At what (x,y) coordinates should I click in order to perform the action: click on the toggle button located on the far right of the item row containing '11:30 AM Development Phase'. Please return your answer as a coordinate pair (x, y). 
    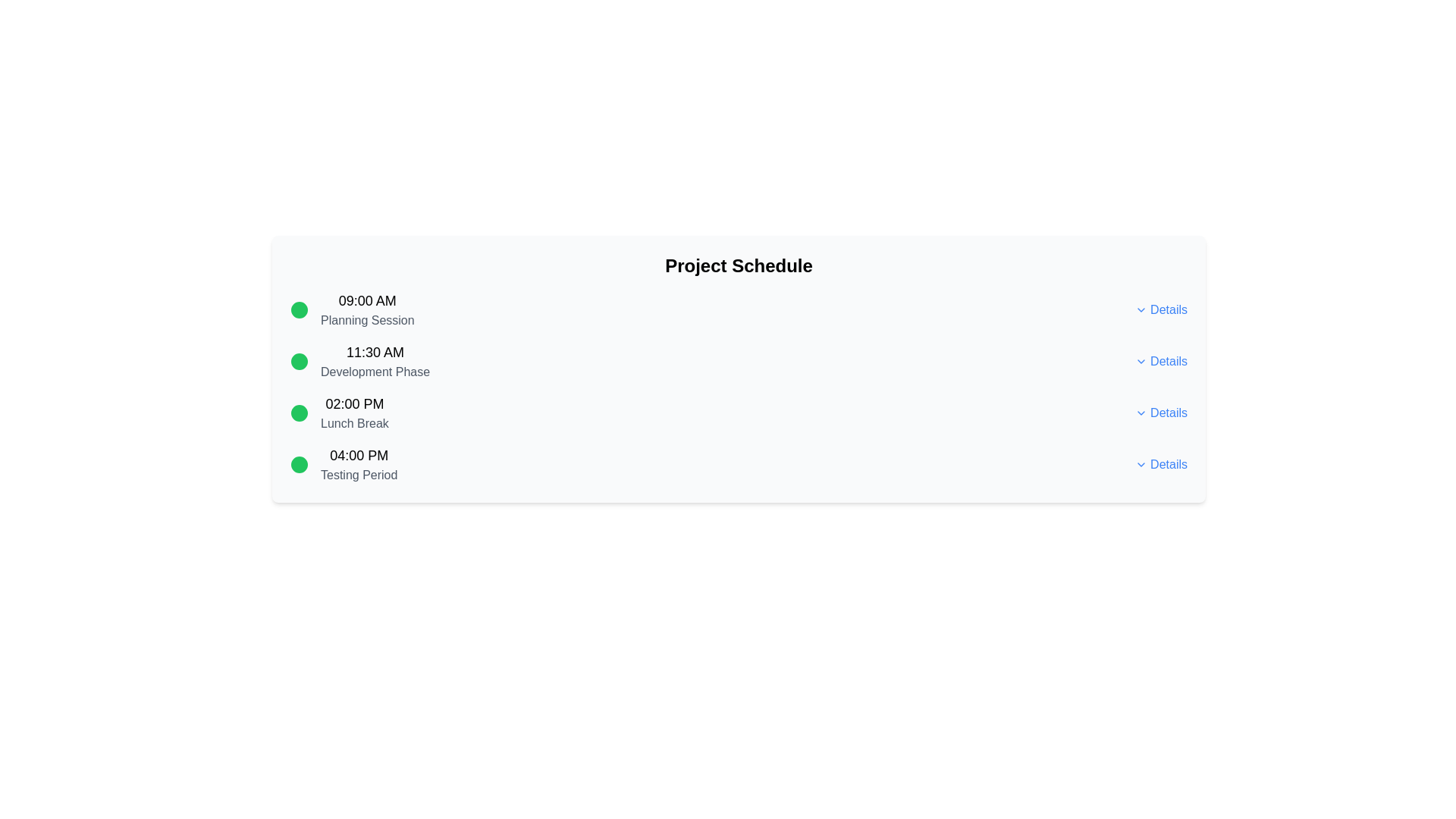
    Looking at the image, I should click on (1160, 362).